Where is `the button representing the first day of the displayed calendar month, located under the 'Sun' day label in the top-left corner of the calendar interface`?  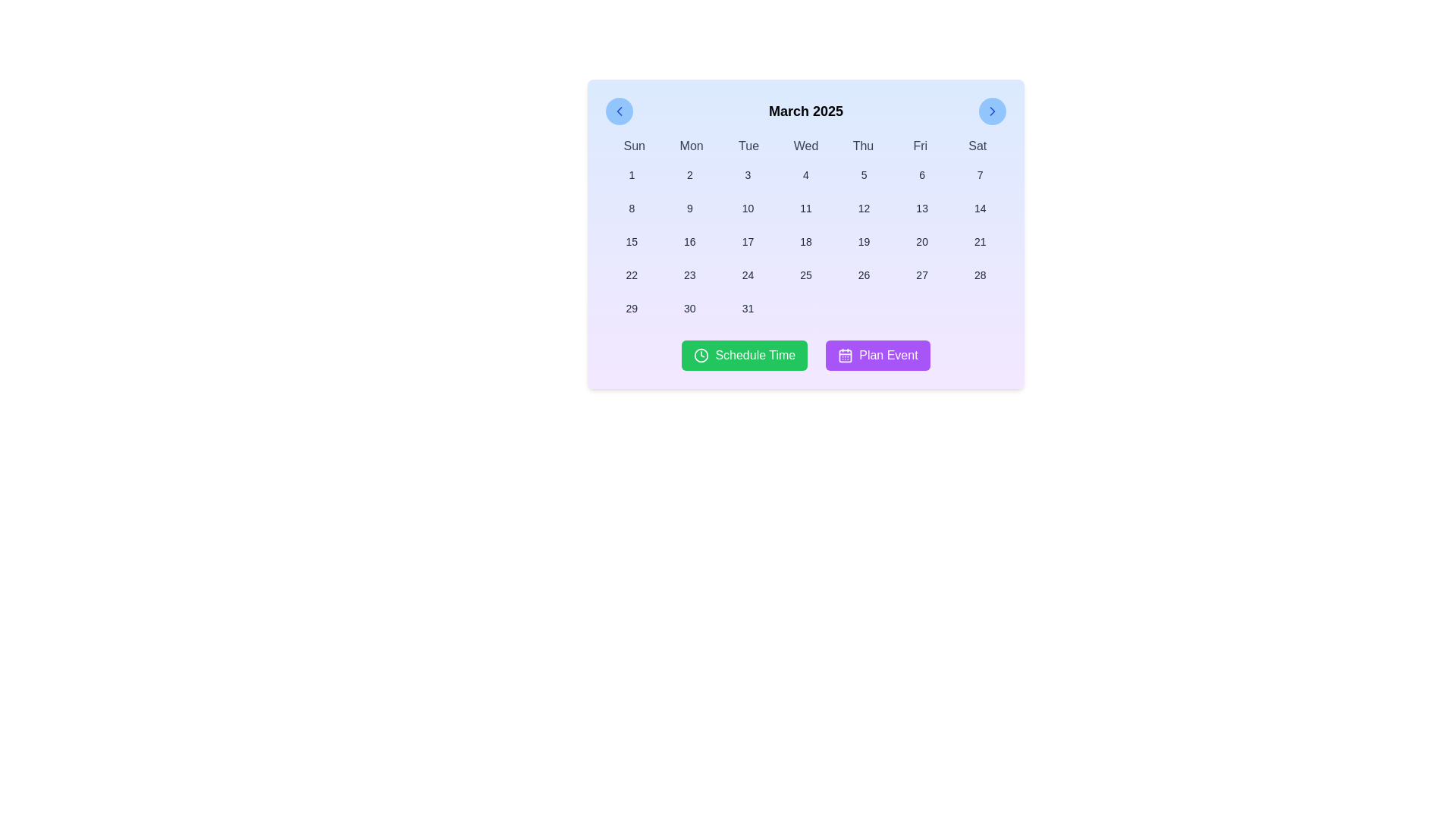
the button representing the first day of the displayed calendar month, located under the 'Sun' day label in the top-left corner of the calendar interface is located at coordinates (632, 174).